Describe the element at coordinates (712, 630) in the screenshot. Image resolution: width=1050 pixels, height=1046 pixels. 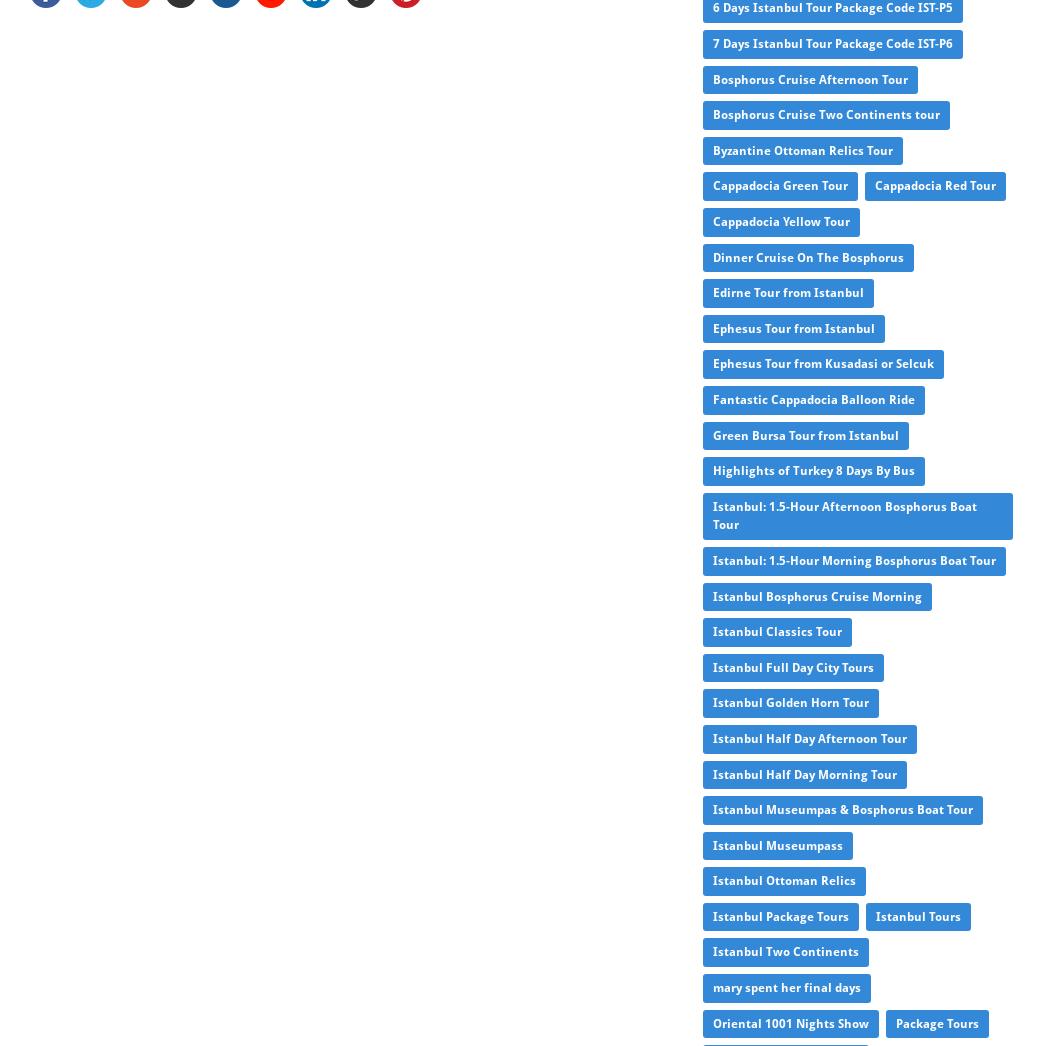
I see `'Istanbul Classics Tour'` at that location.